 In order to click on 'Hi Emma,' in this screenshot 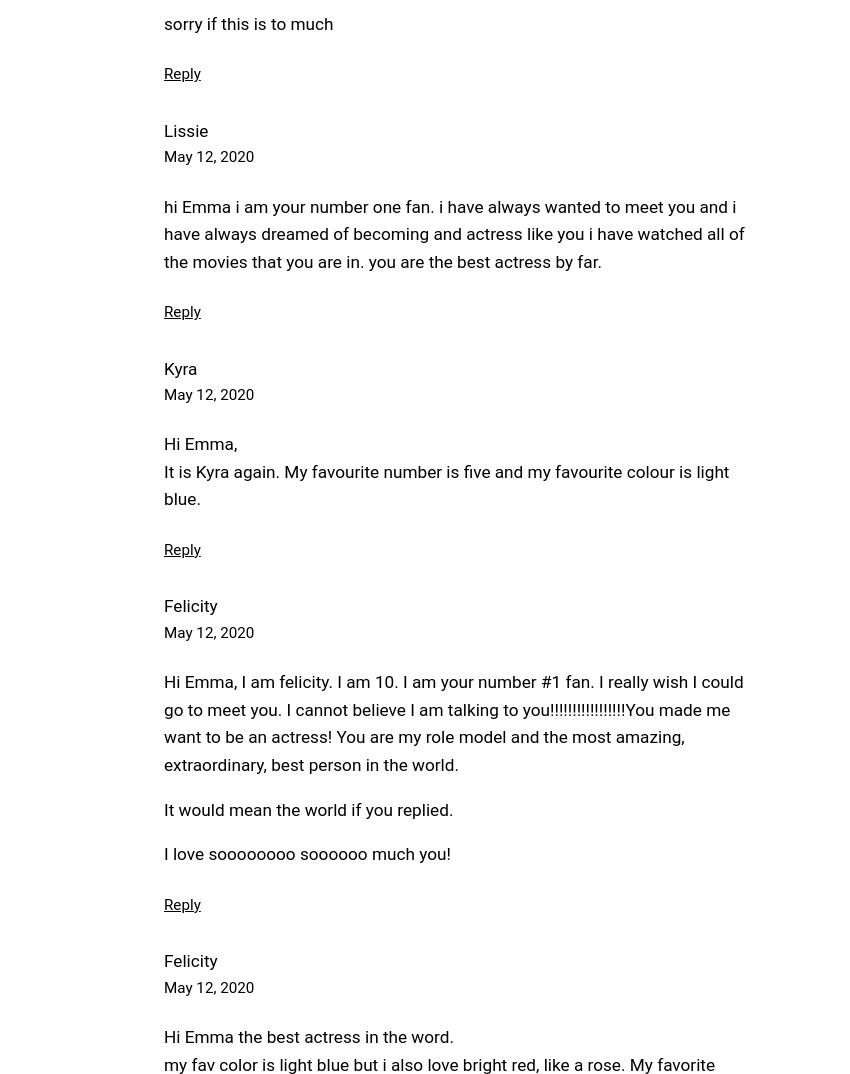, I will do `click(199, 442)`.